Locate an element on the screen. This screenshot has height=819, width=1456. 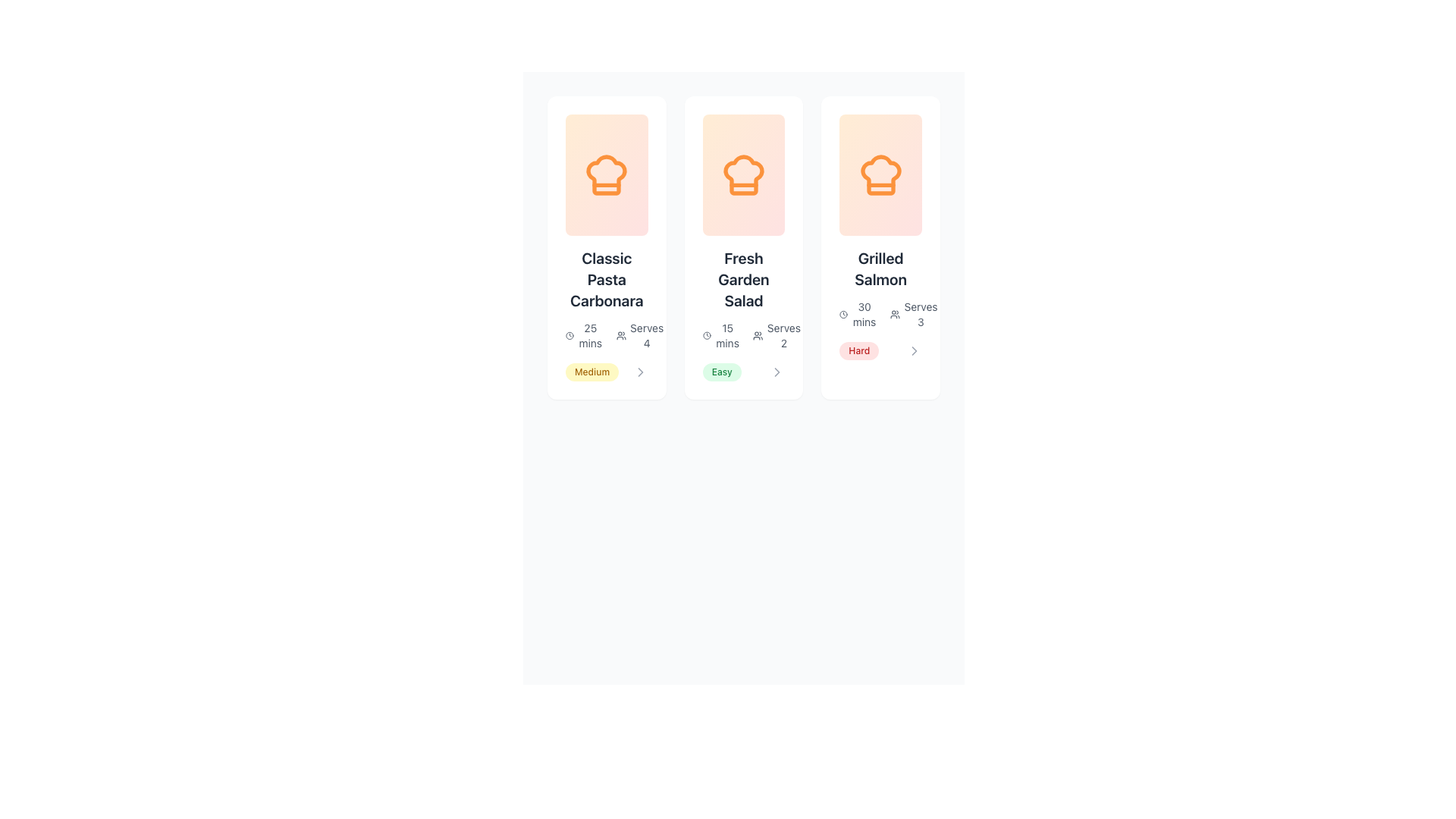
the informational text element indicating the number of servings for the 'Grilled Salmon' recipe, located at the bottom right of the card is located at coordinates (913, 314).